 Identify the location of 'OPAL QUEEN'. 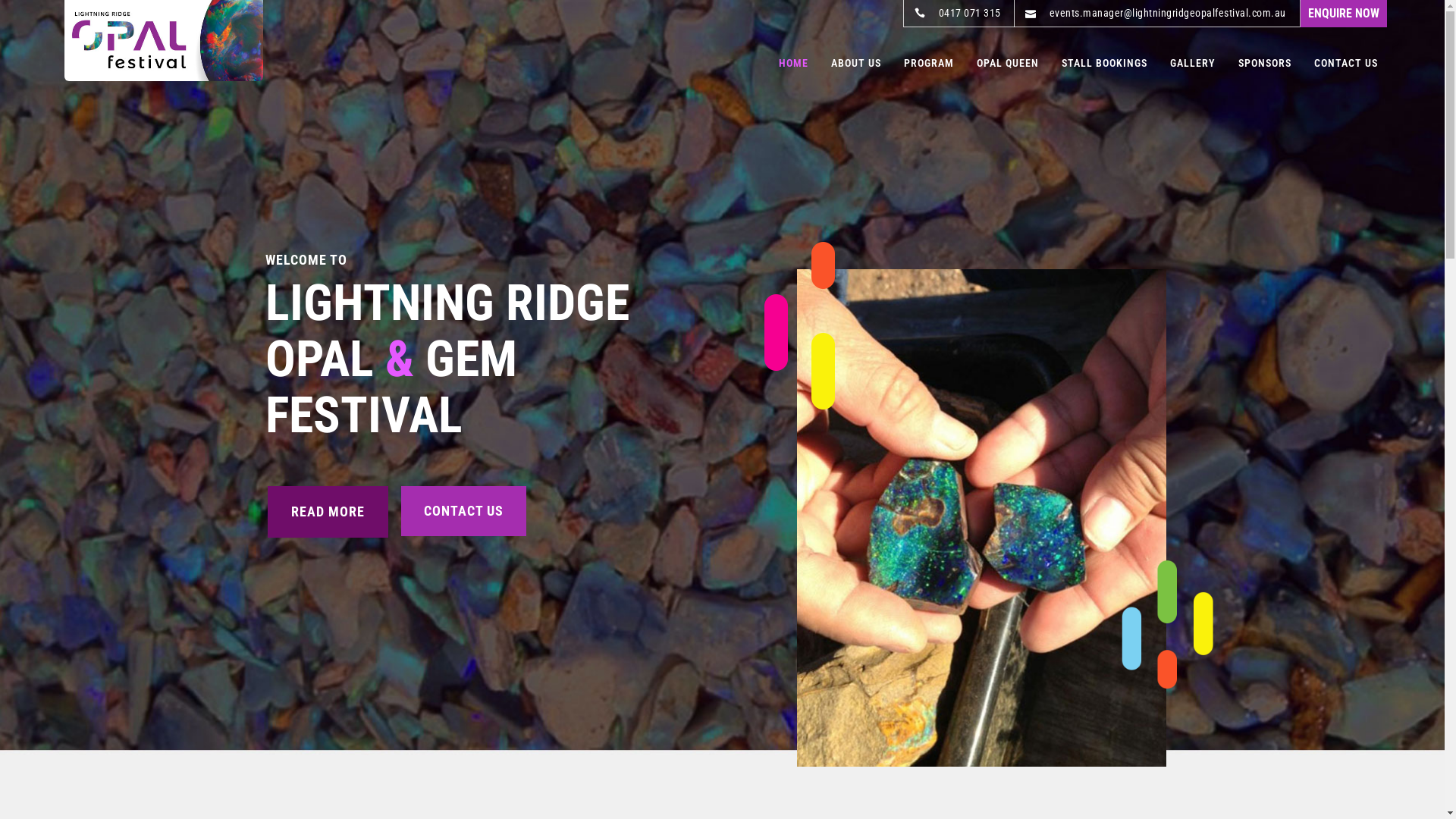
(1008, 62).